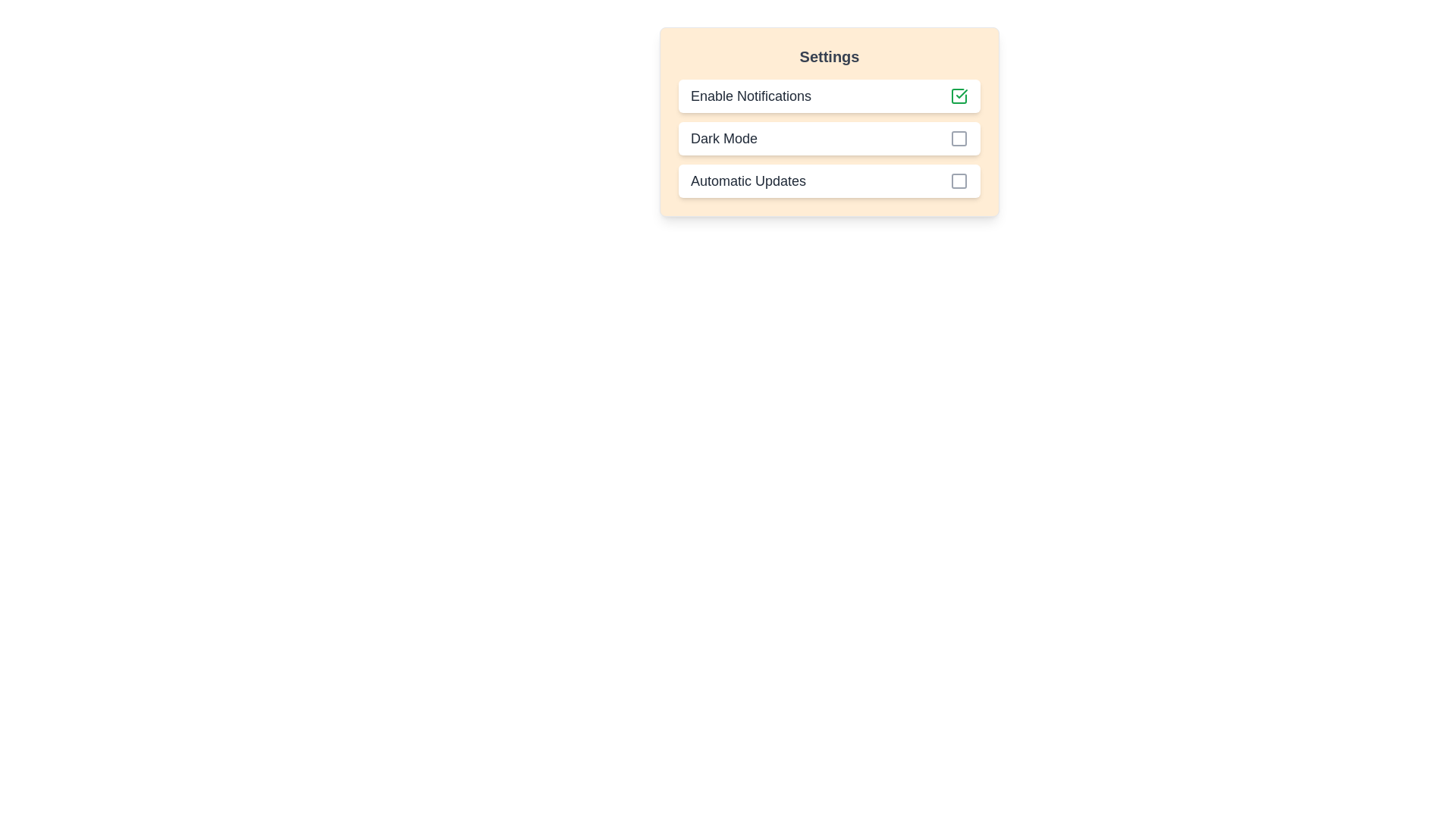  What do you see at coordinates (723, 138) in the screenshot?
I see `the 'Dark Mode' text label in the settings menu, which is styled in gray and is the second item in a vertical list of options` at bounding box center [723, 138].